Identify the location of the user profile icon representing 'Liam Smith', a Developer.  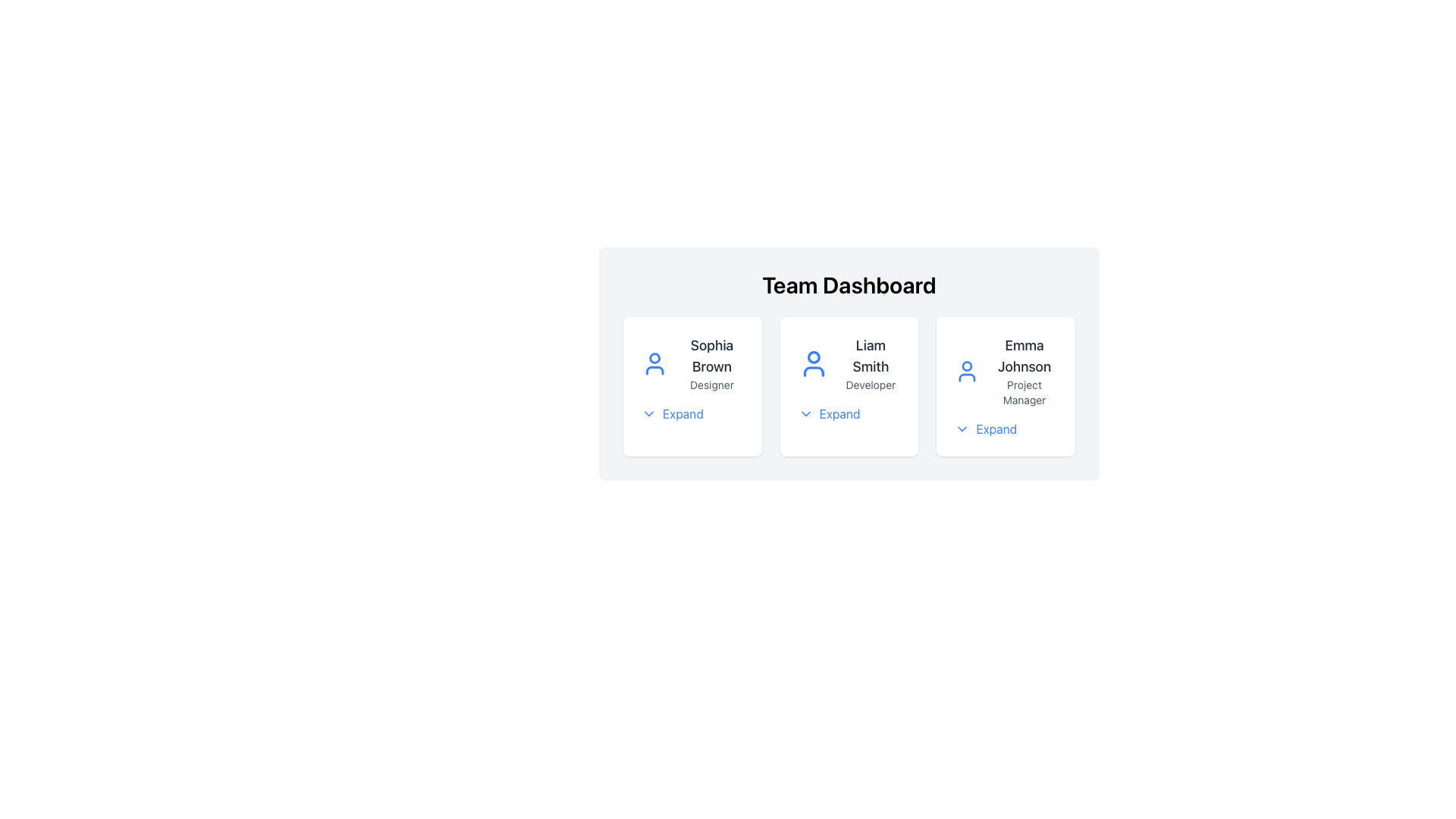
(813, 363).